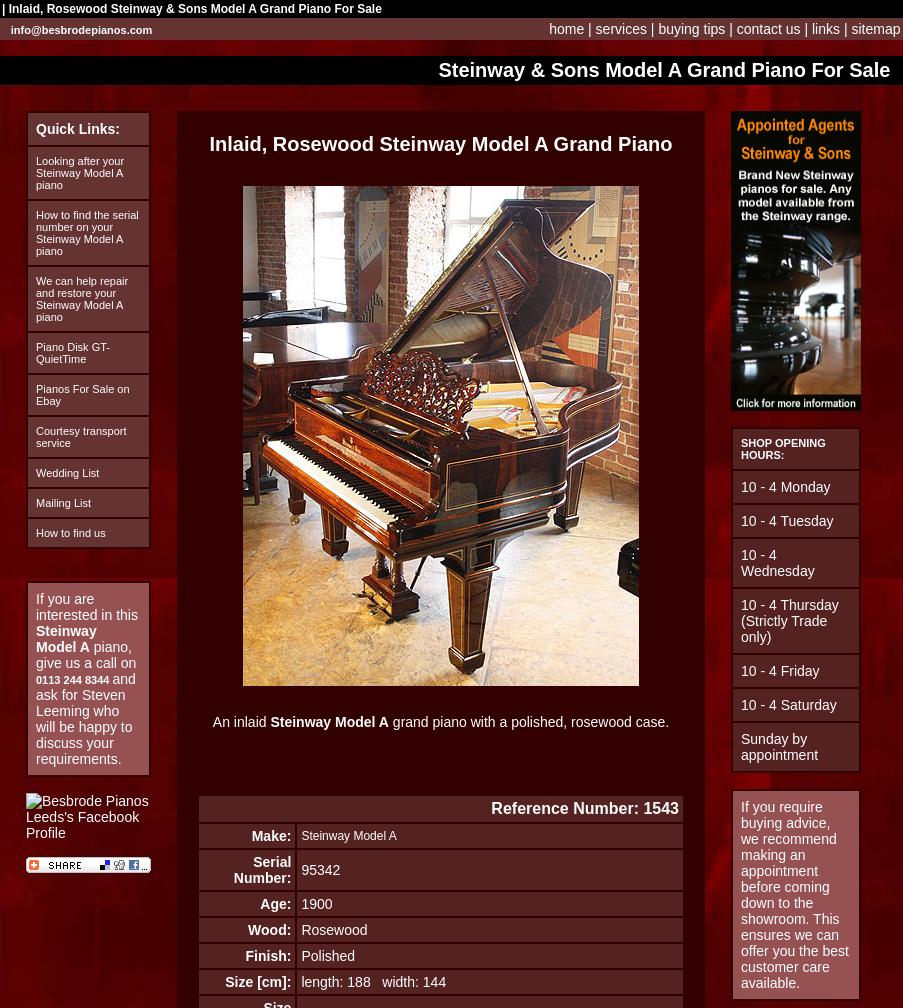 The image size is (903, 1008). I want to click on 'Looking after your Steinway Model A piano', so click(35, 172).